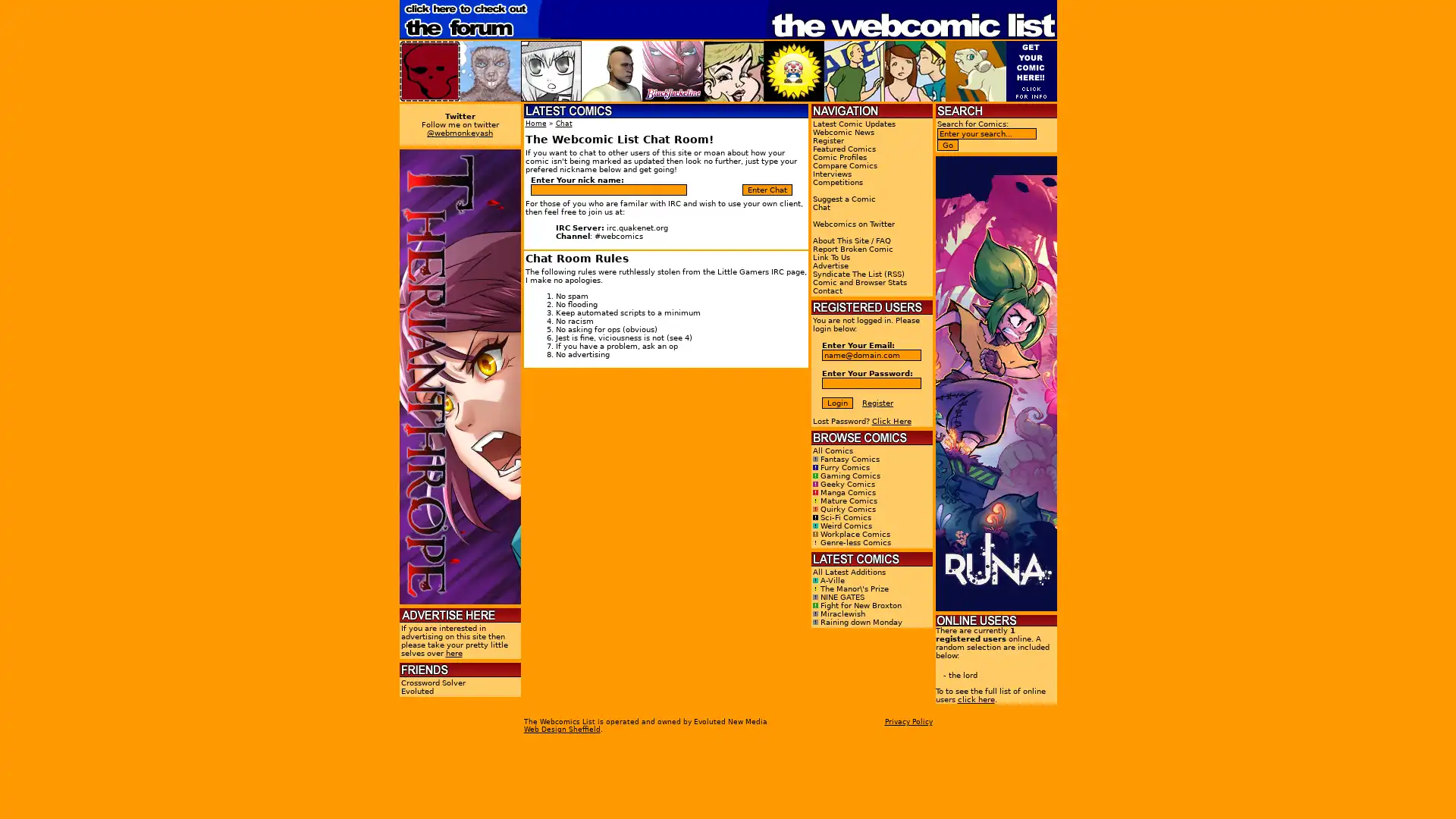  What do you see at coordinates (946, 145) in the screenshot?
I see `Go` at bounding box center [946, 145].